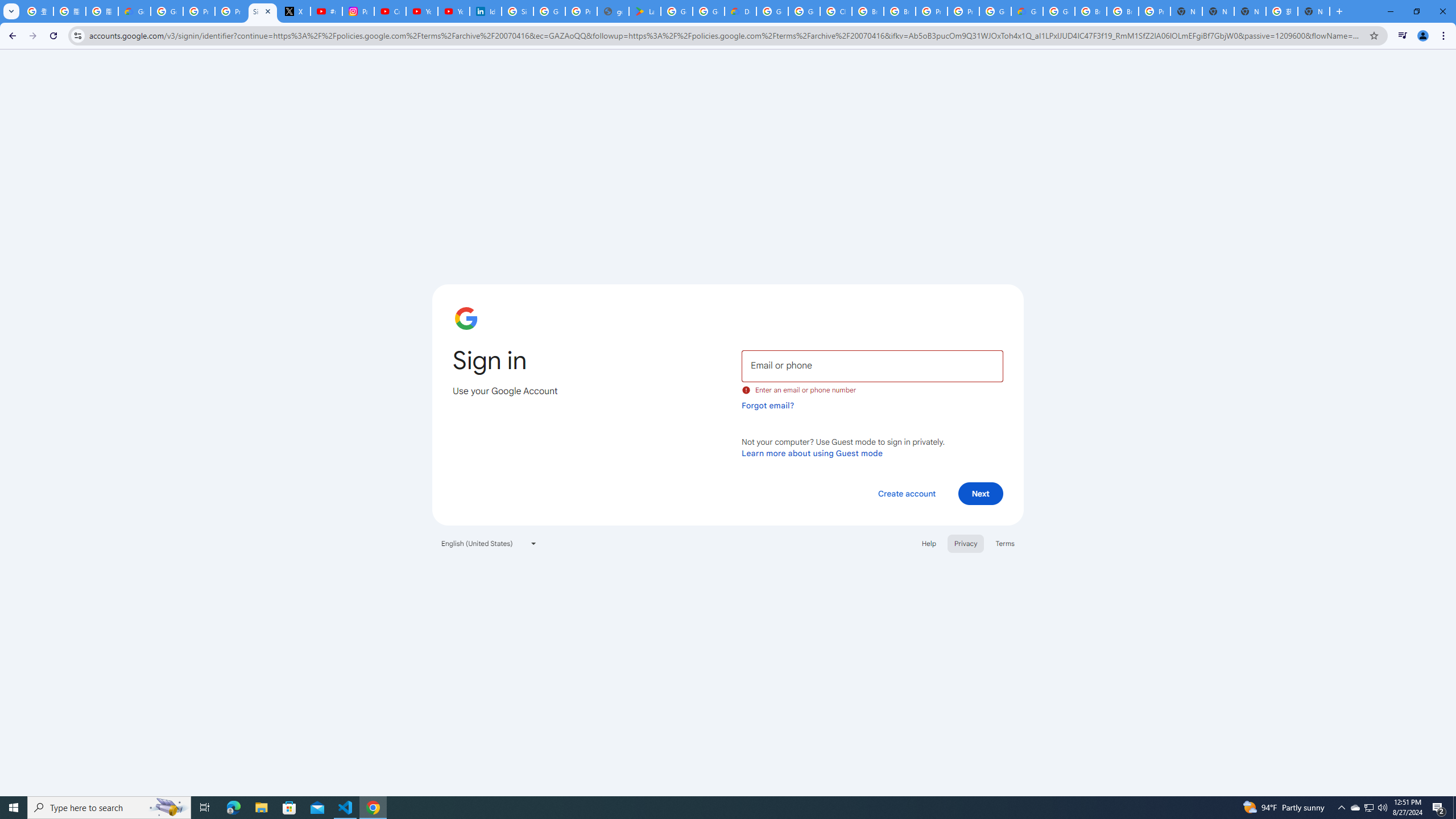 The height and width of the screenshot is (819, 1456). What do you see at coordinates (1090, 11) in the screenshot?
I see `'Browse Chrome as a guest - Computer - Google Chrome Help'` at bounding box center [1090, 11].